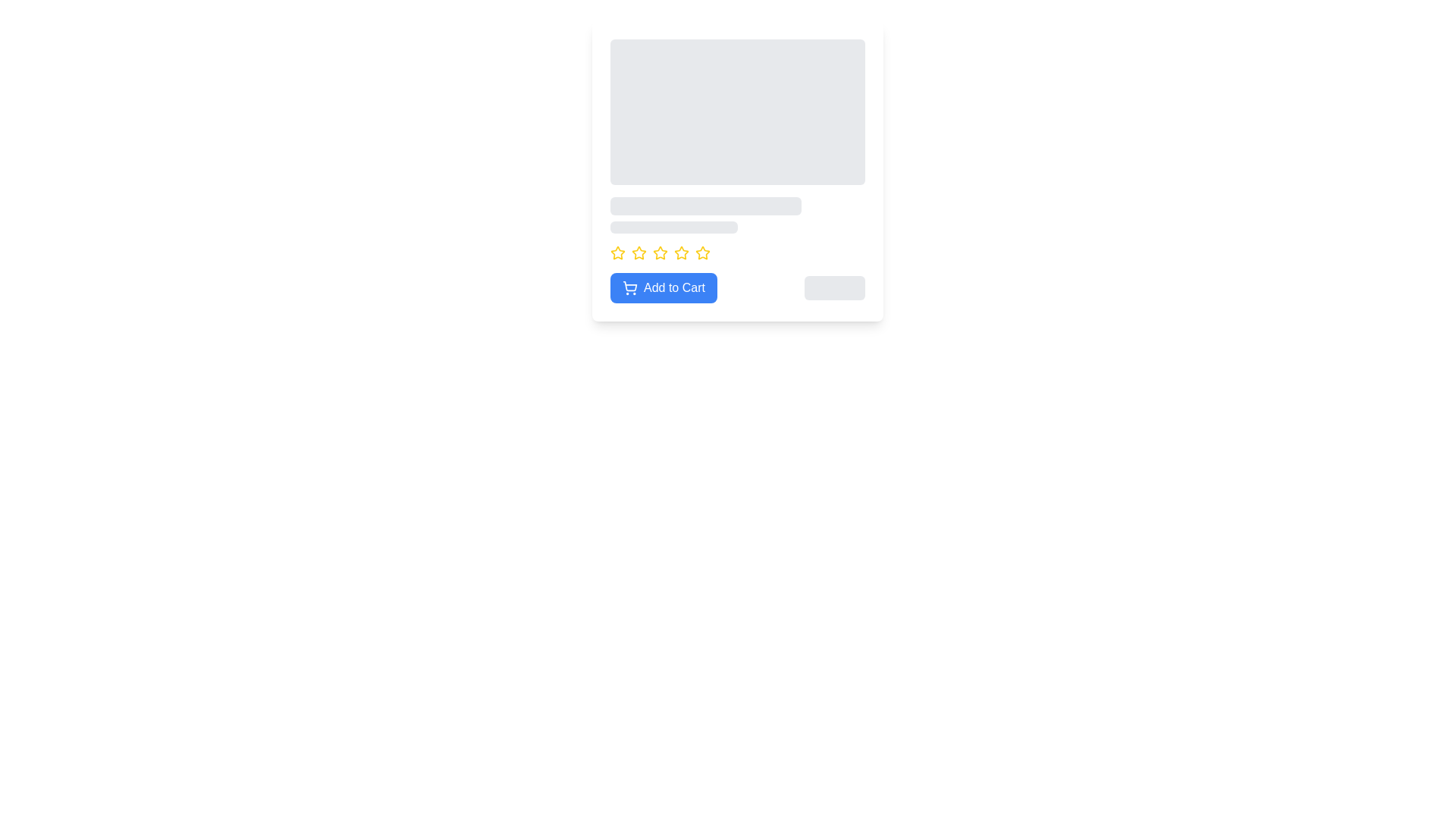 The height and width of the screenshot is (819, 1456). Describe the element at coordinates (618, 253) in the screenshot. I see `on the first star icon, which represents the rating feature for the product` at that location.